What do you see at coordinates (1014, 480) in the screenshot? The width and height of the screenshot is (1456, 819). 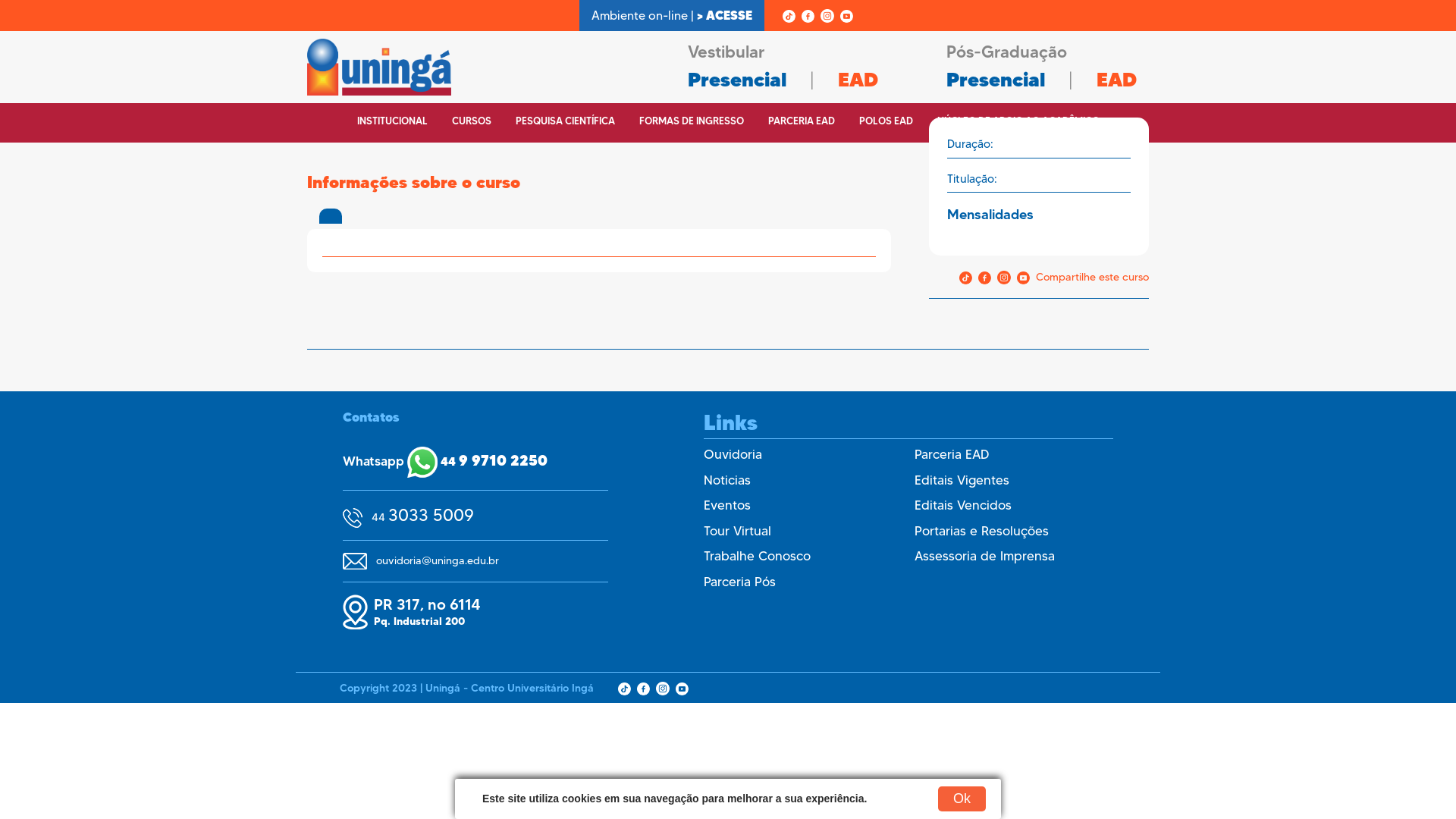 I see `'Editais Vigentes'` at bounding box center [1014, 480].